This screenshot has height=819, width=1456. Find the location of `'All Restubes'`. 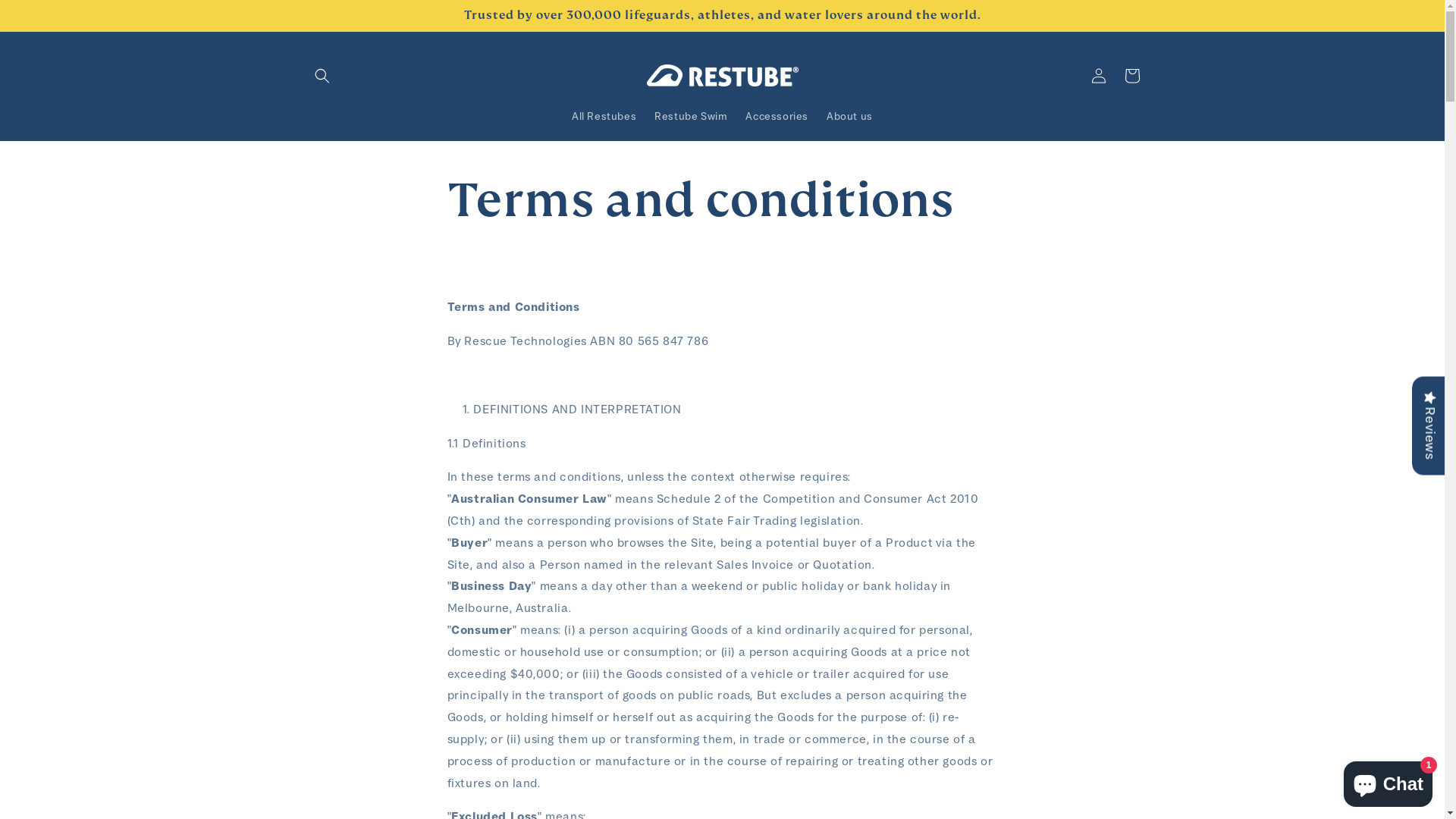

'All Restubes' is located at coordinates (603, 115).